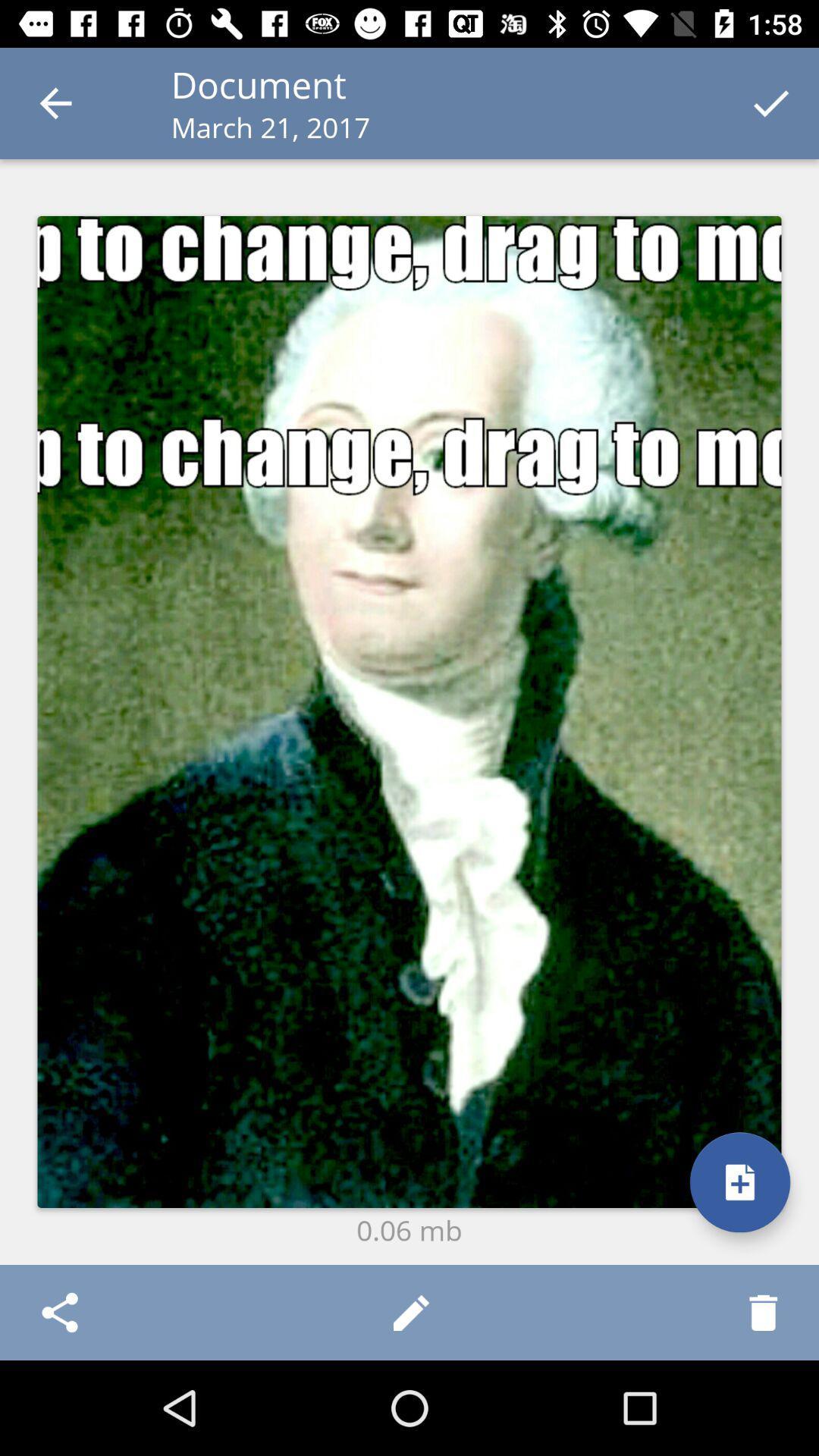 This screenshot has height=1456, width=819. I want to click on the icon at the center, so click(409, 711).